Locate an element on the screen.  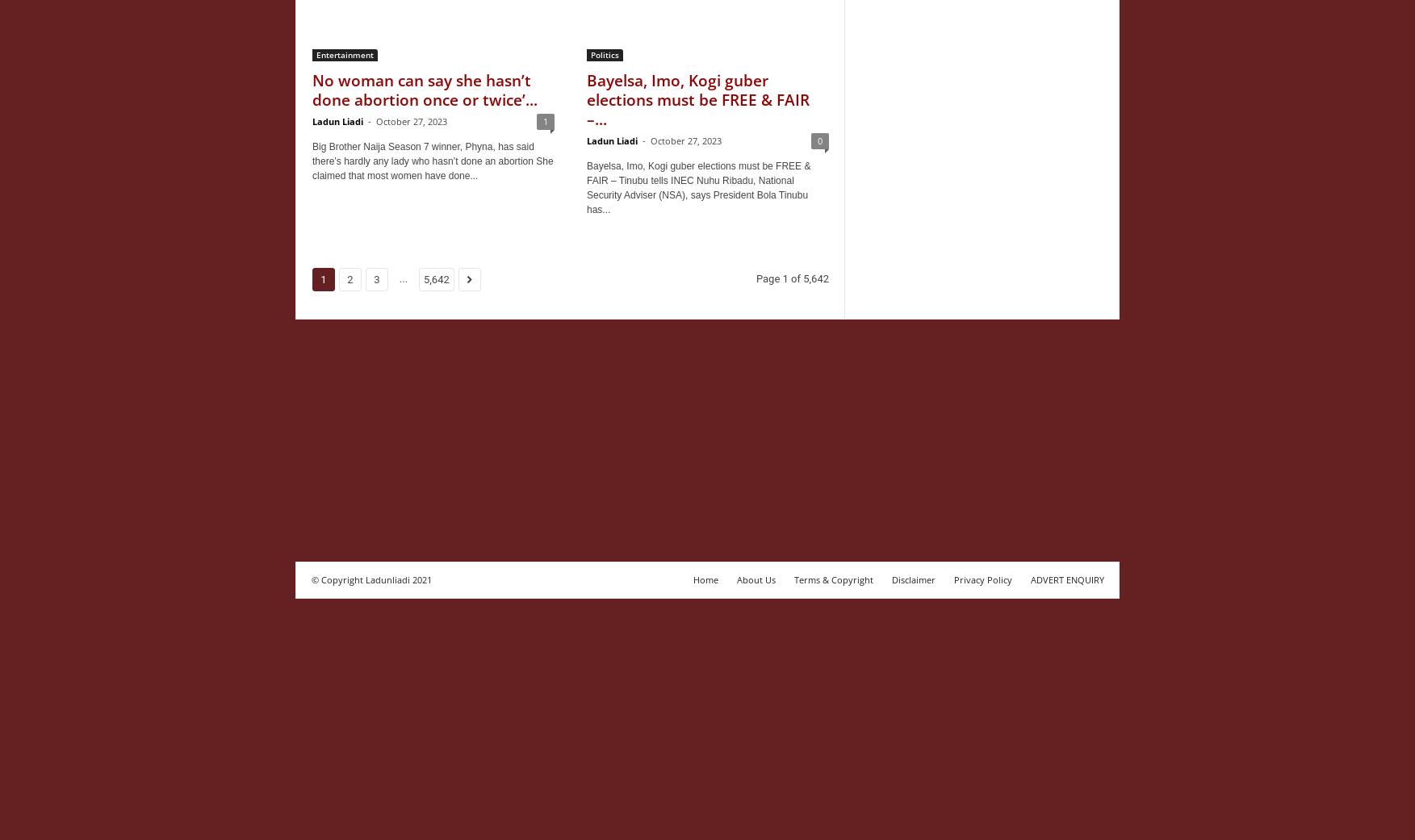
'Bayelsa, Imo, Kogi guber elections must be FREE & FAIR –...' is located at coordinates (585, 99).